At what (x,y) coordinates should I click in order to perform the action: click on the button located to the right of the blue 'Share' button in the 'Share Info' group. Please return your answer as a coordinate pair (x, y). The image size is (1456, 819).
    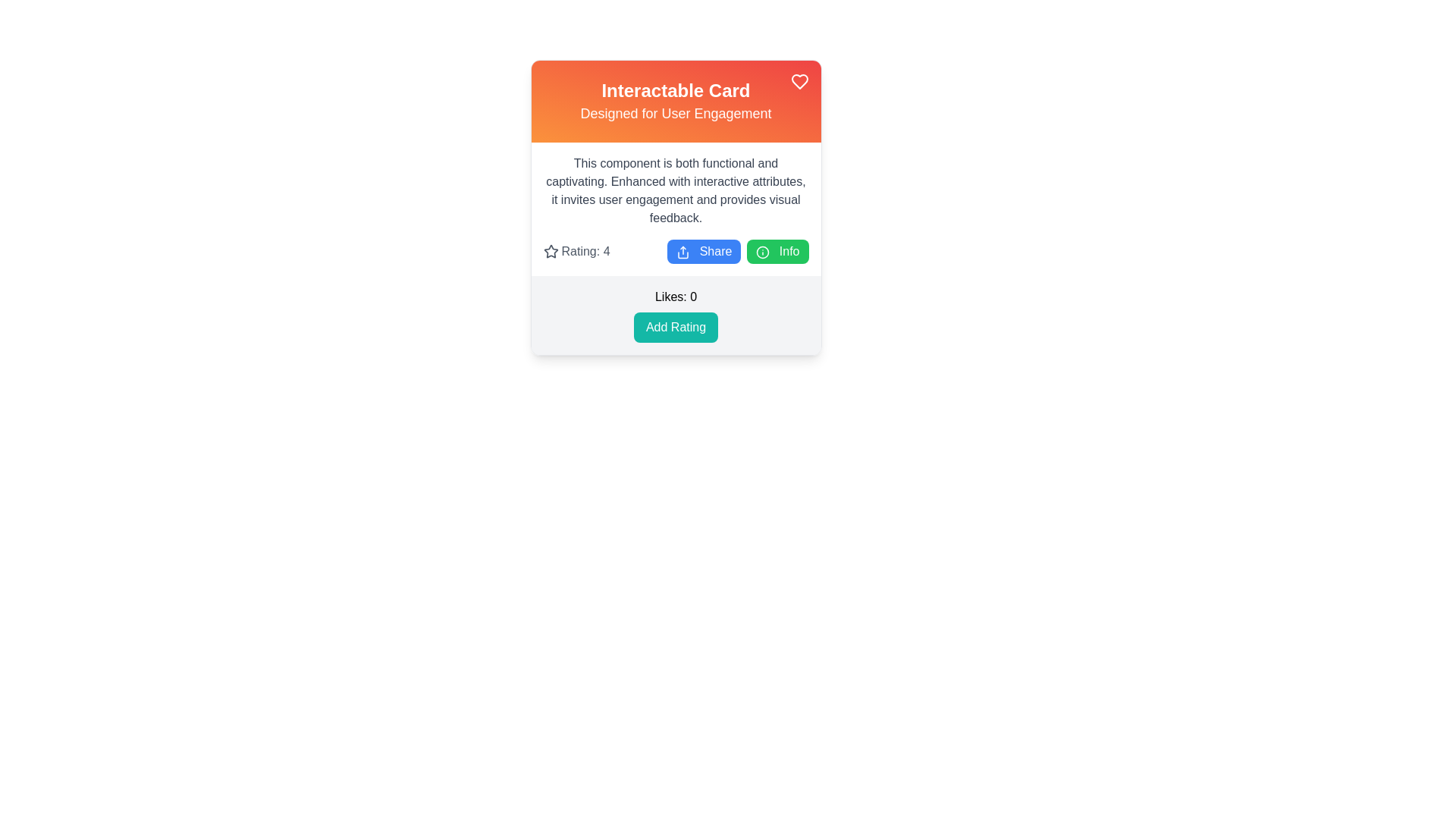
    Looking at the image, I should click on (777, 250).